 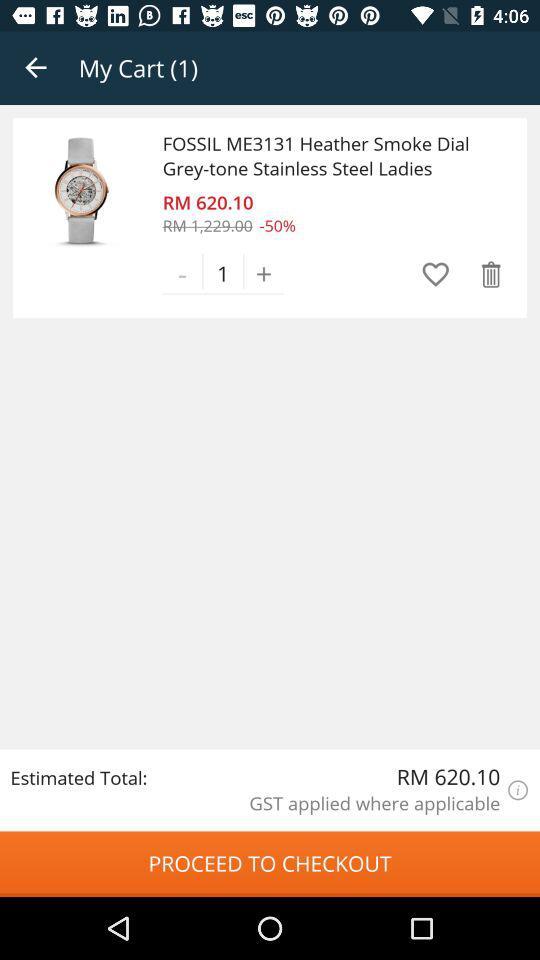 What do you see at coordinates (81, 190) in the screenshot?
I see `item next to the fossil me3131 heather icon` at bounding box center [81, 190].